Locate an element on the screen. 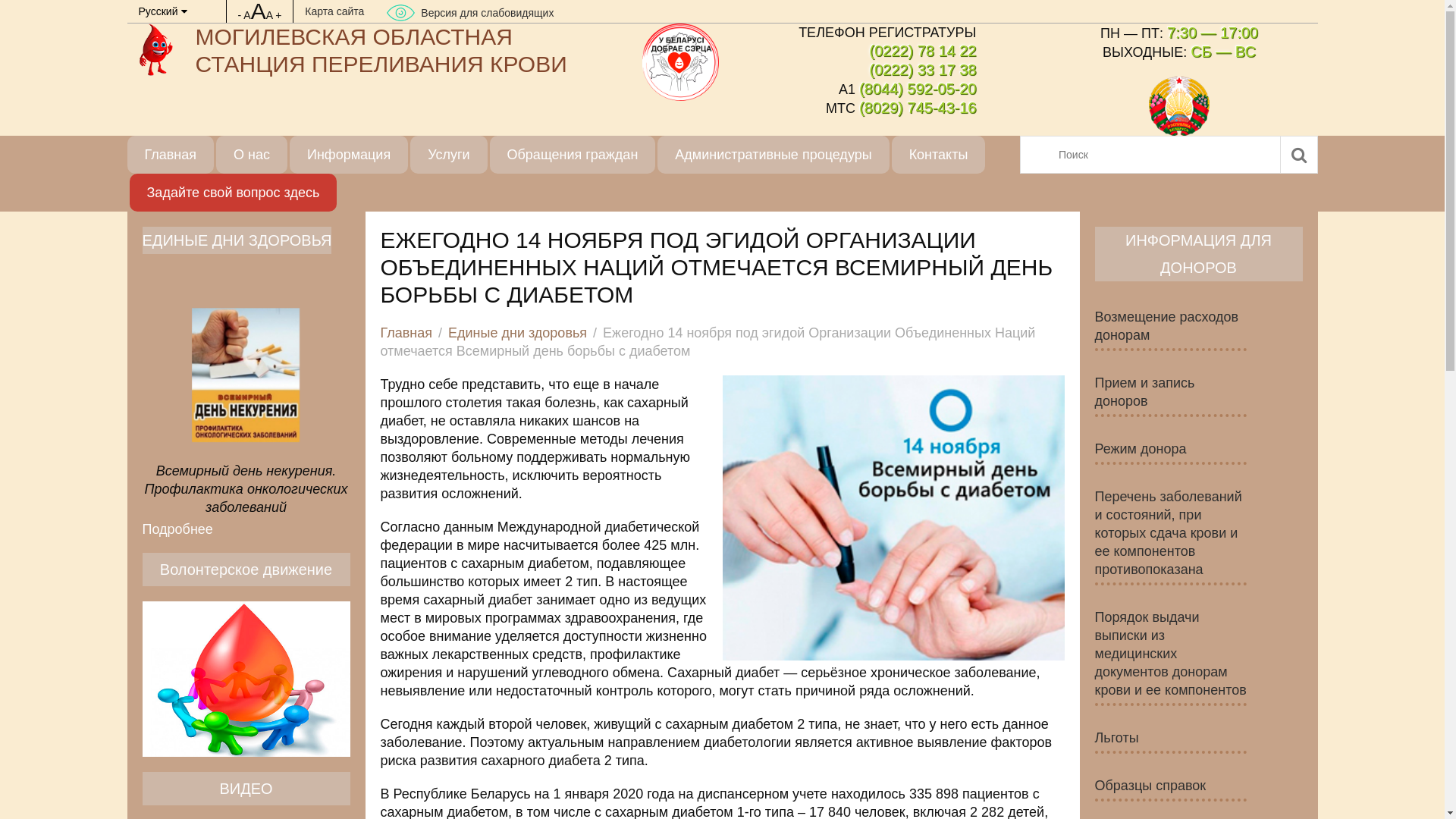 The width and height of the screenshot is (1456, 819). 'AAA' is located at coordinates (243, 14).